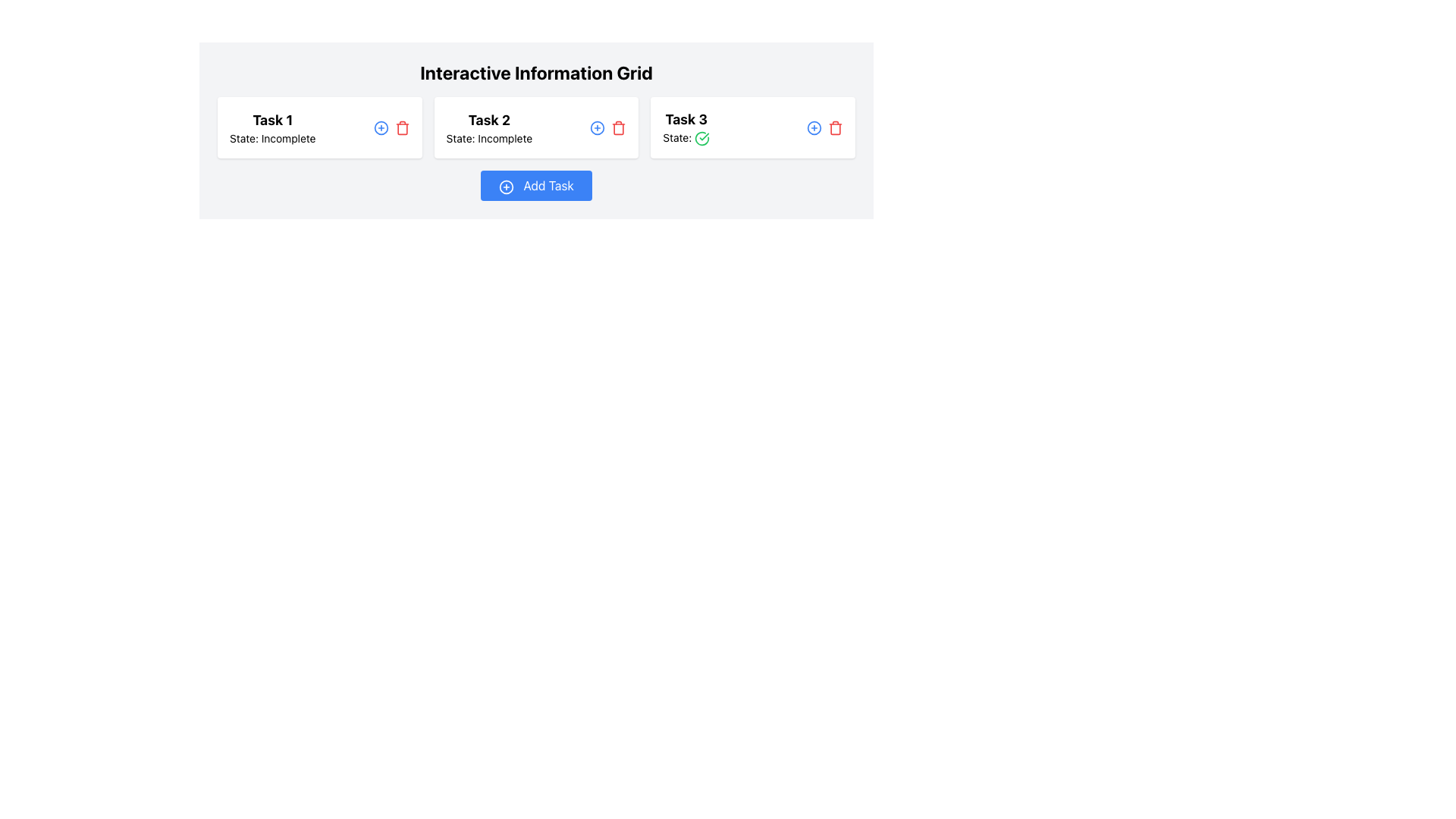 The image size is (1456, 819). I want to click on the central circular shape of the interactive SVG icon located in the 'Task 2' card, so click(381, 127).